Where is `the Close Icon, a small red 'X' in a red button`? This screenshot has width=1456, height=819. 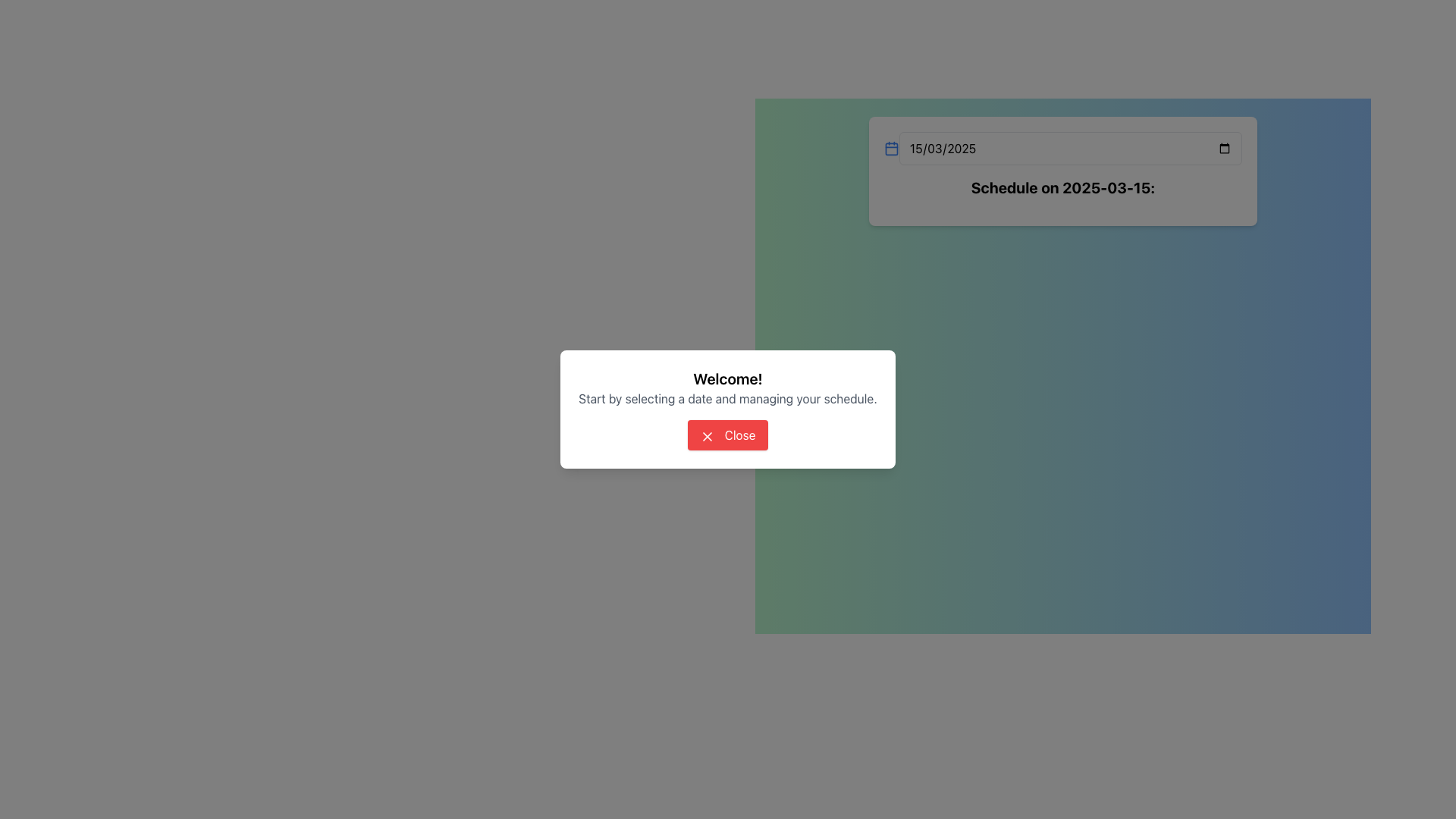 the Close Icon, a small red 'X' in a red button is located at coordinates (707, 436).